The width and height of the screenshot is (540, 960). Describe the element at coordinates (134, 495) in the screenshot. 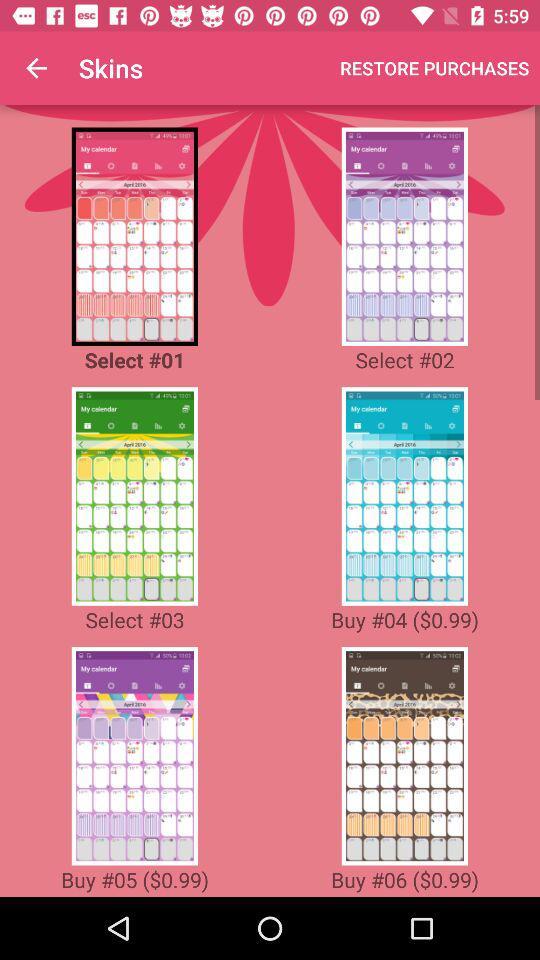

I see `calendar layout` at that location.